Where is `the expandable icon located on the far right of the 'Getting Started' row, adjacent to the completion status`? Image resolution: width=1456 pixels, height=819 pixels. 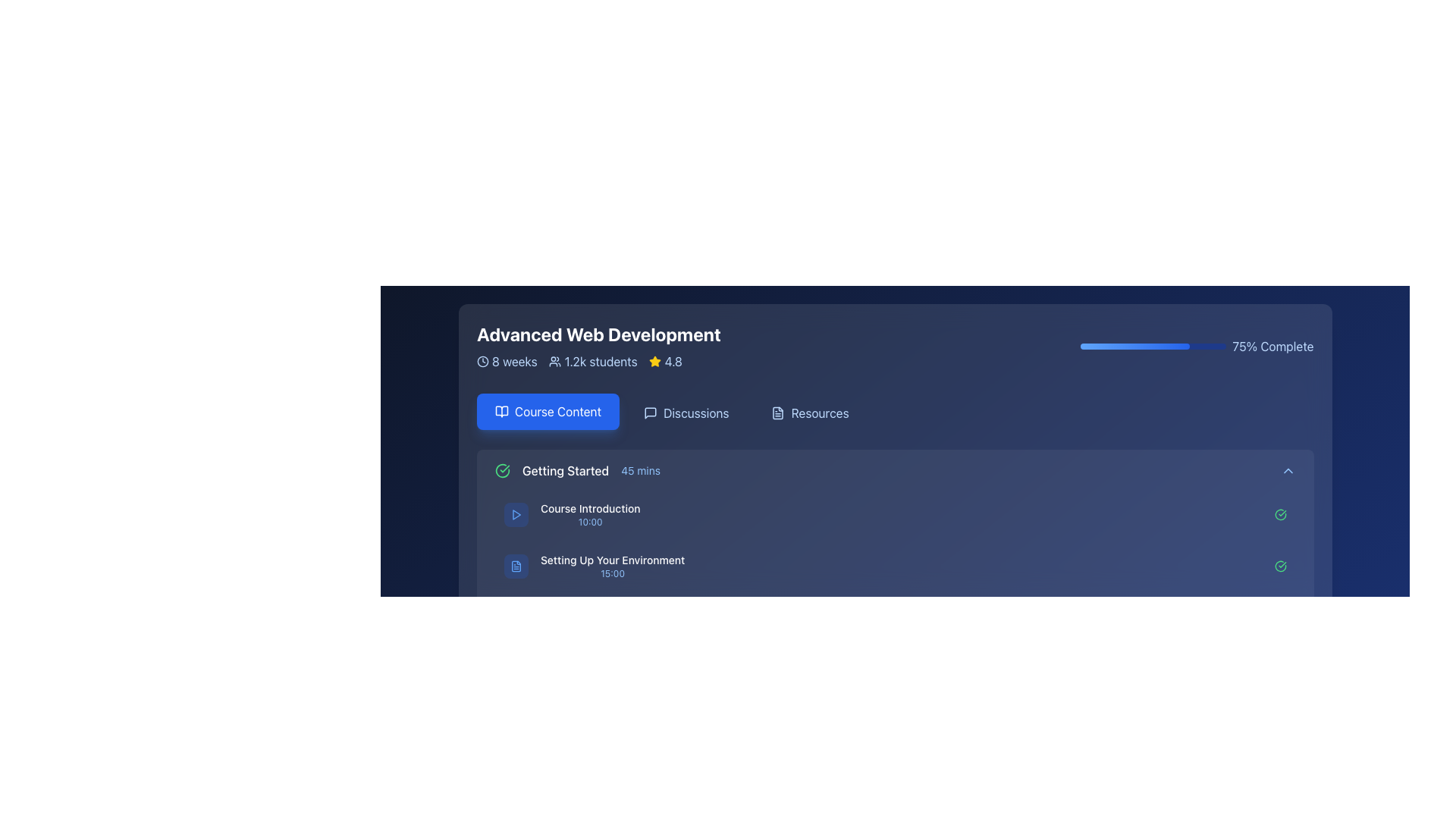
the expandable icon located on the far right of the 'Getting Started' row, adjacent to the completion status is located at coordinates (1287, 470).